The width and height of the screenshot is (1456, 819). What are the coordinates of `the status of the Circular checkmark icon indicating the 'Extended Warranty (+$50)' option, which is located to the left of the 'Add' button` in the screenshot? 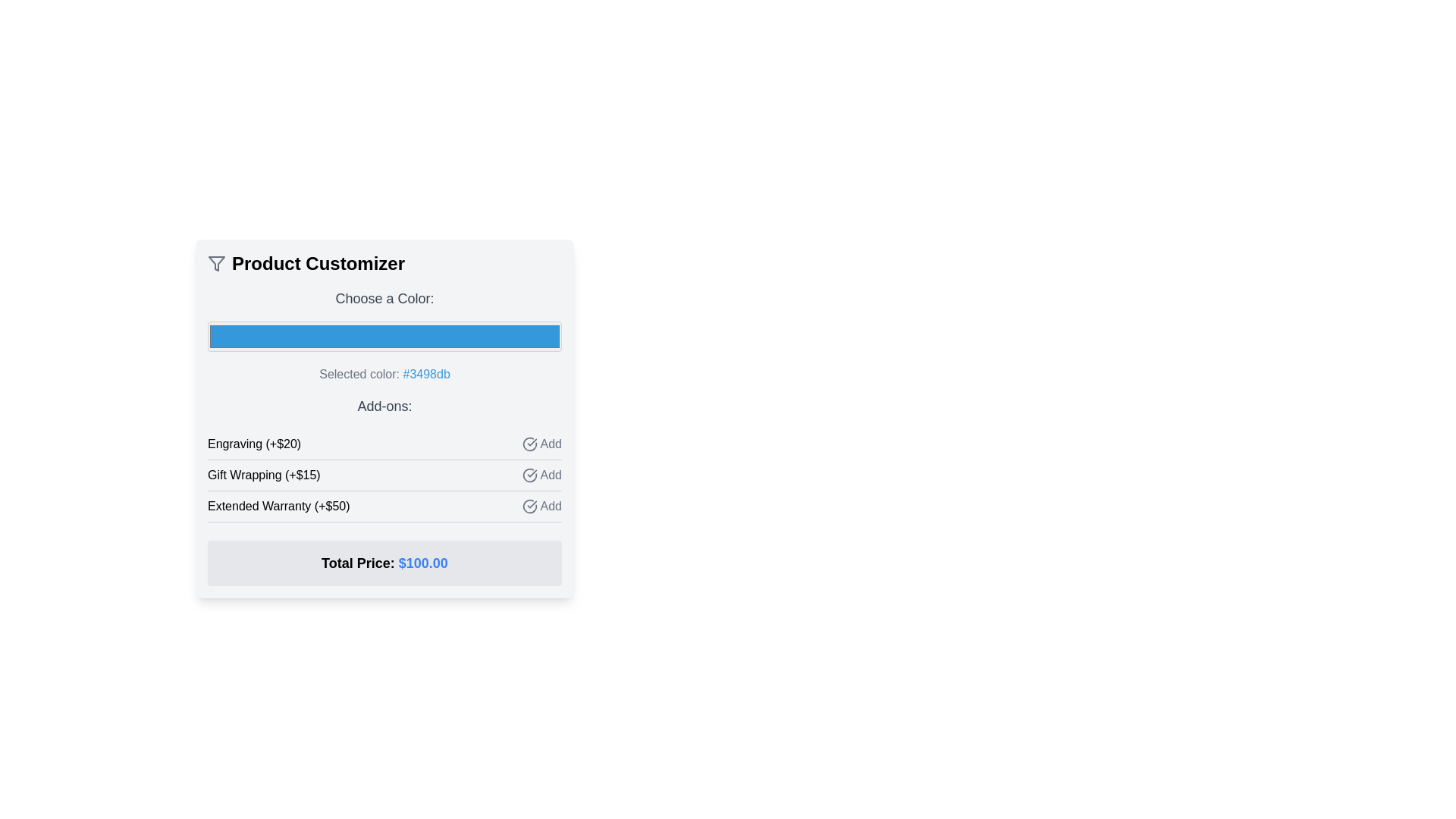 It's located at (529, 506).